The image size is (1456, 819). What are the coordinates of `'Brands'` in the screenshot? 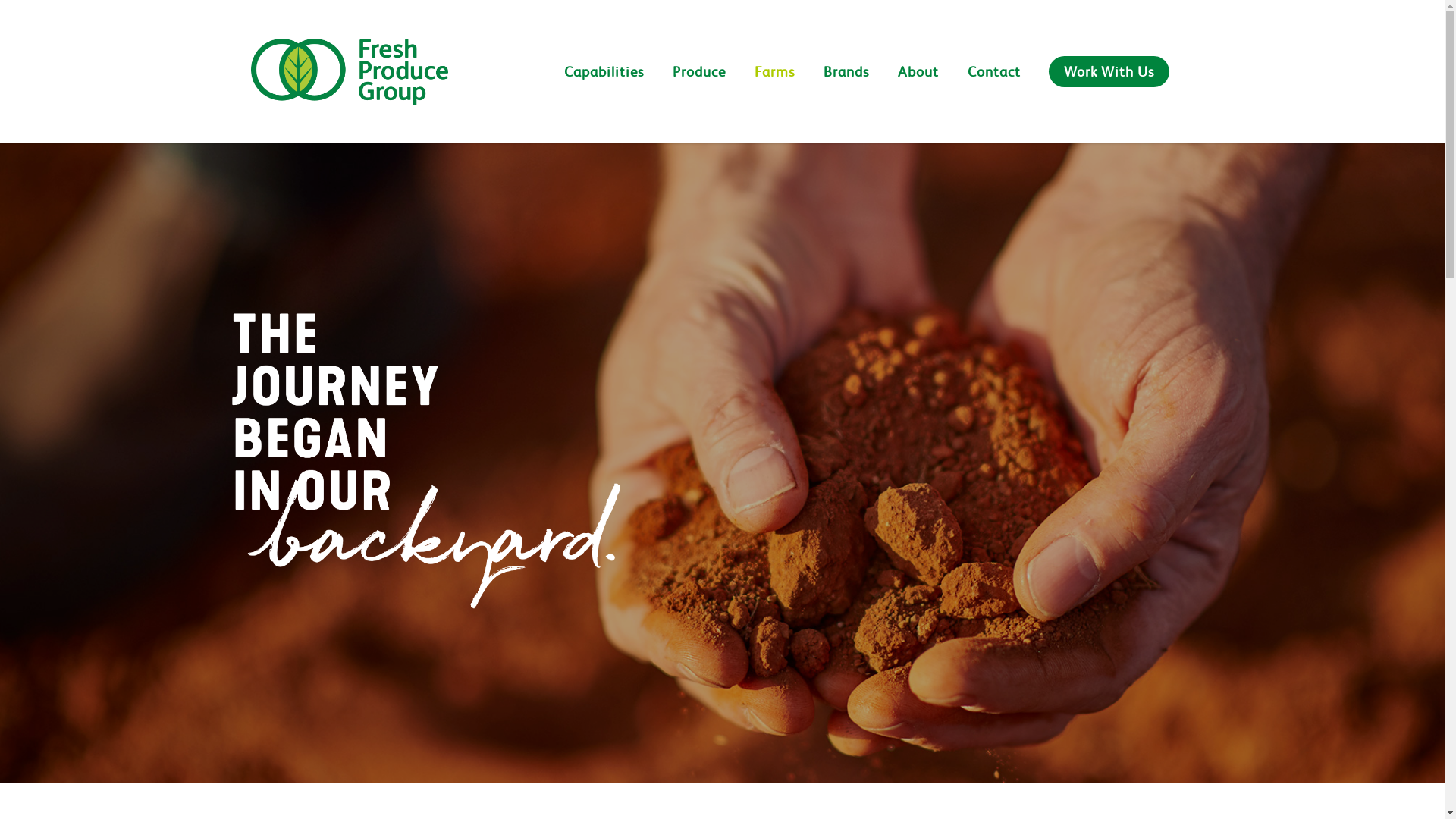 It's located at (809, 90).